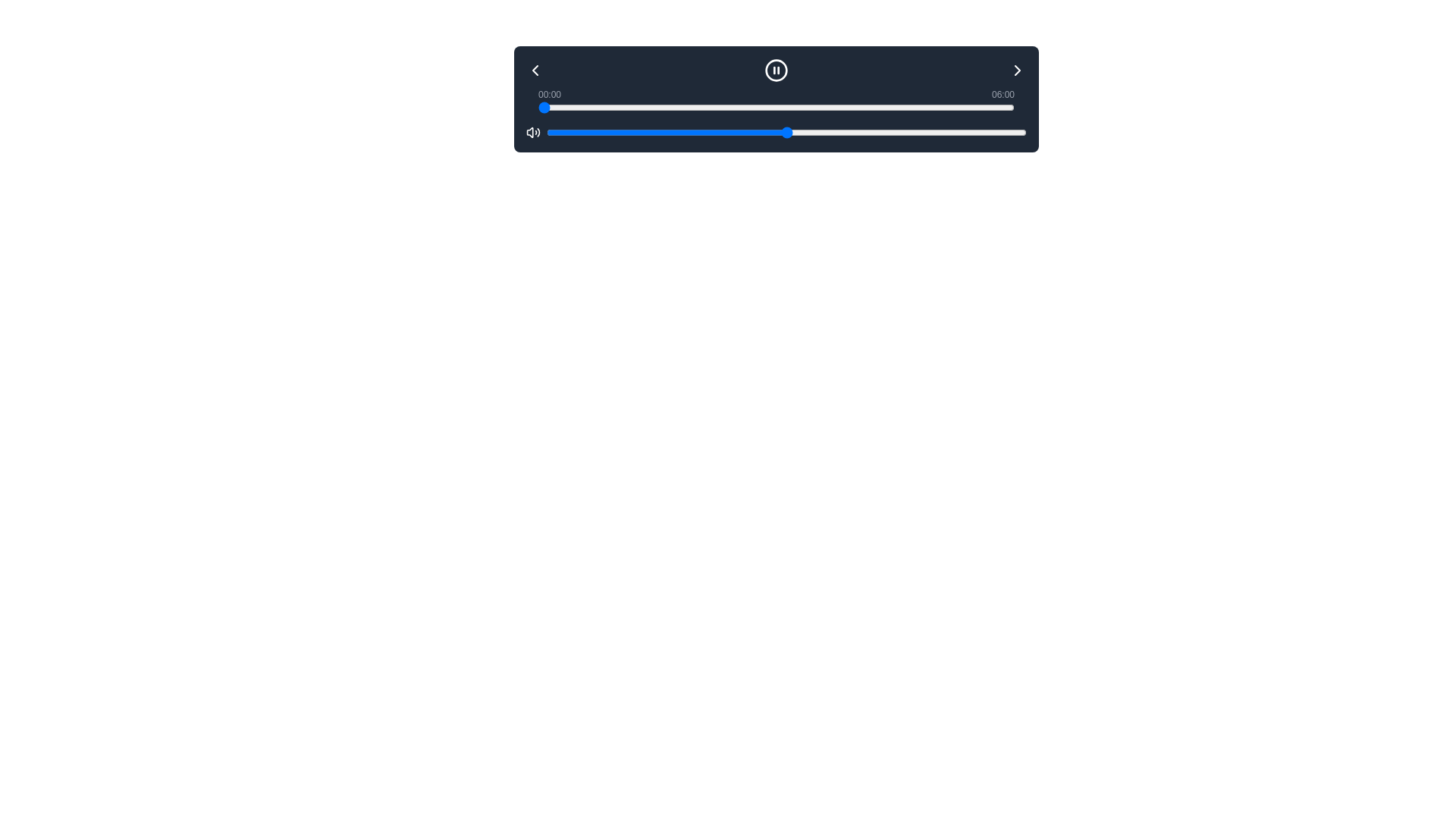 Image resolution: width=1456 pixels, height=819 pixels. I want to click on the progress bar of the multimedia control interface to change the playback position, so click(776, 99).